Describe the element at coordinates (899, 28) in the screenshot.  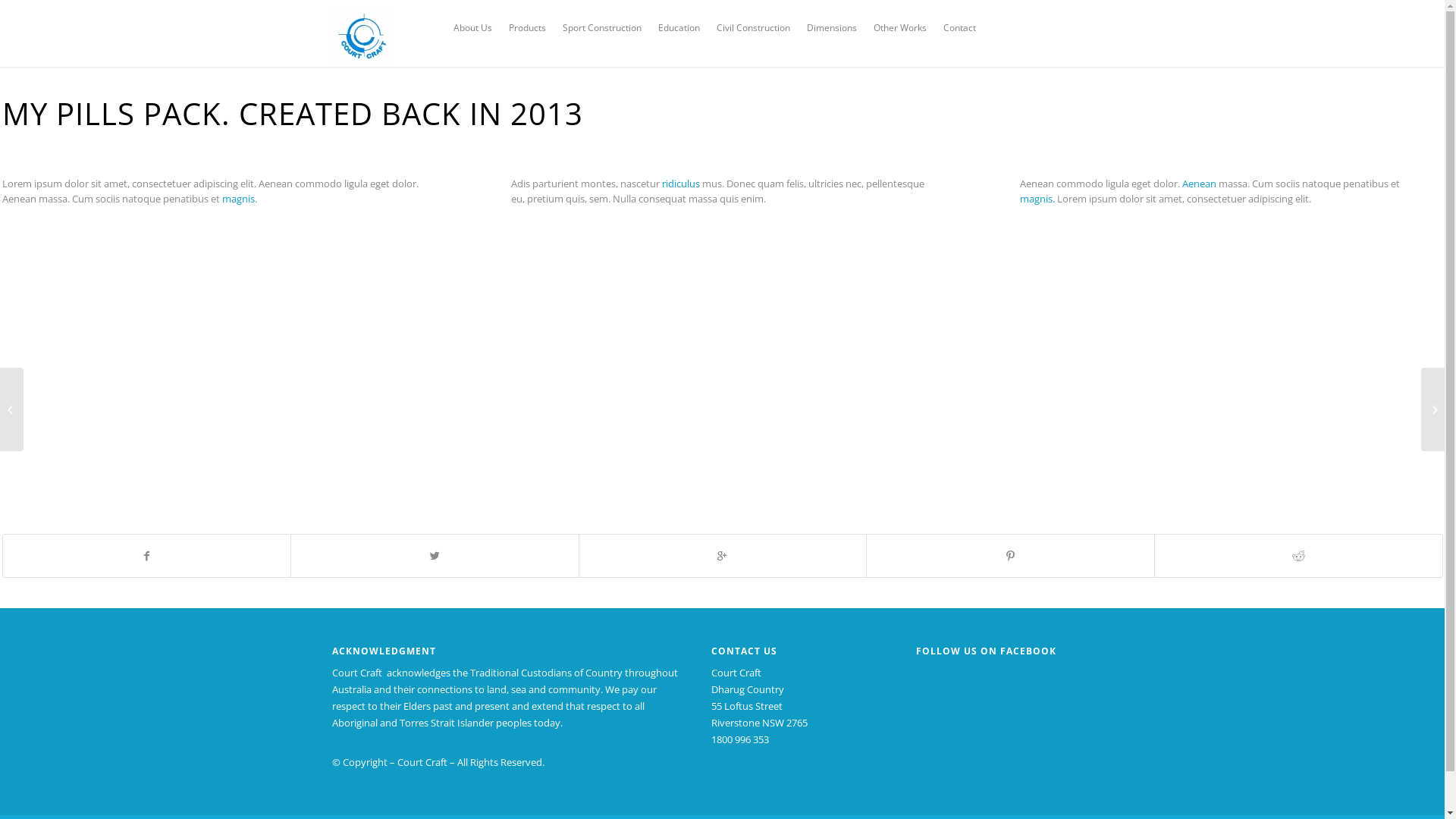
I see `'Other Works'` at that location.